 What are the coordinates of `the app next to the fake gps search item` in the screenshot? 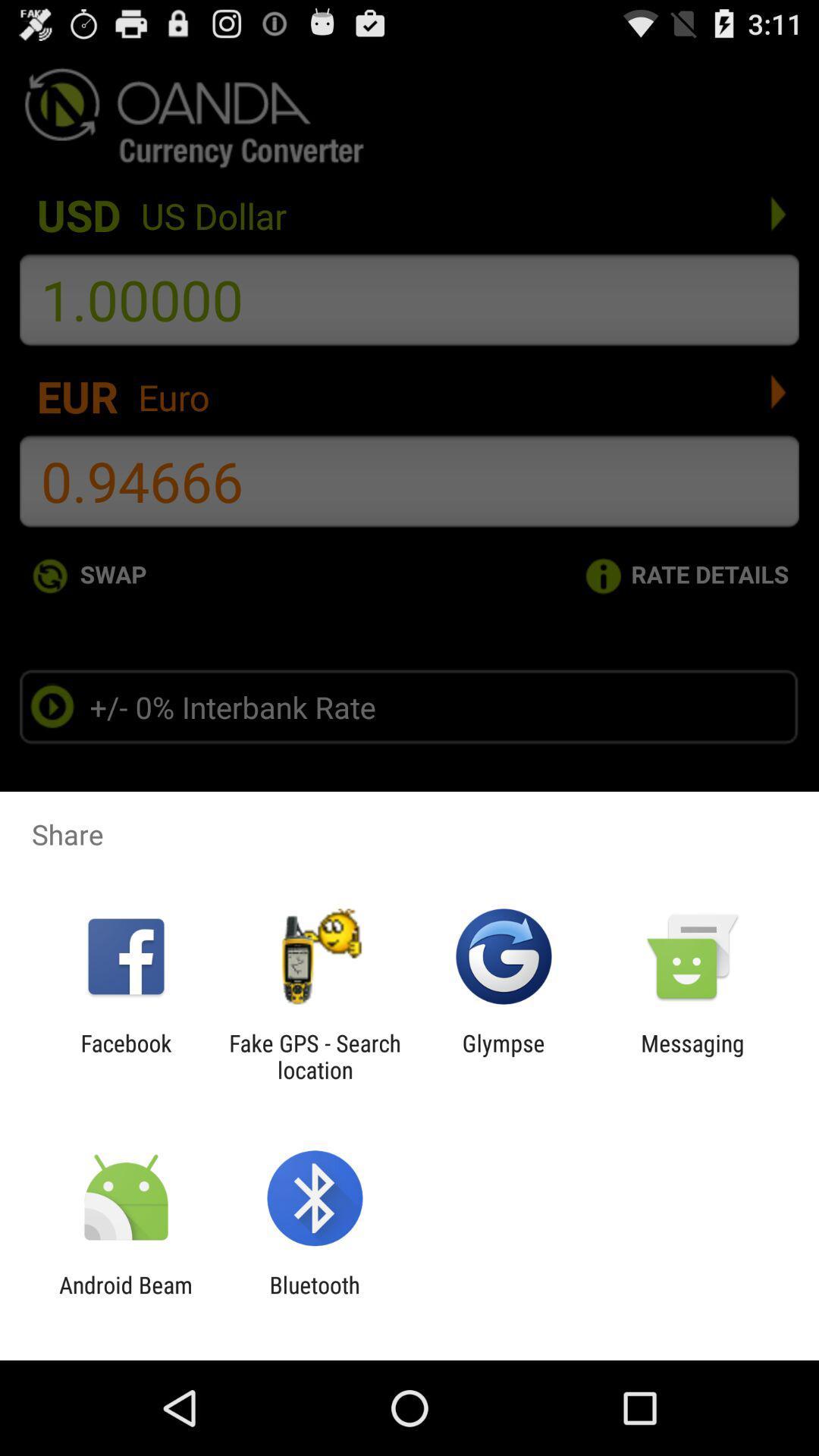 It's located at (125, 1056).